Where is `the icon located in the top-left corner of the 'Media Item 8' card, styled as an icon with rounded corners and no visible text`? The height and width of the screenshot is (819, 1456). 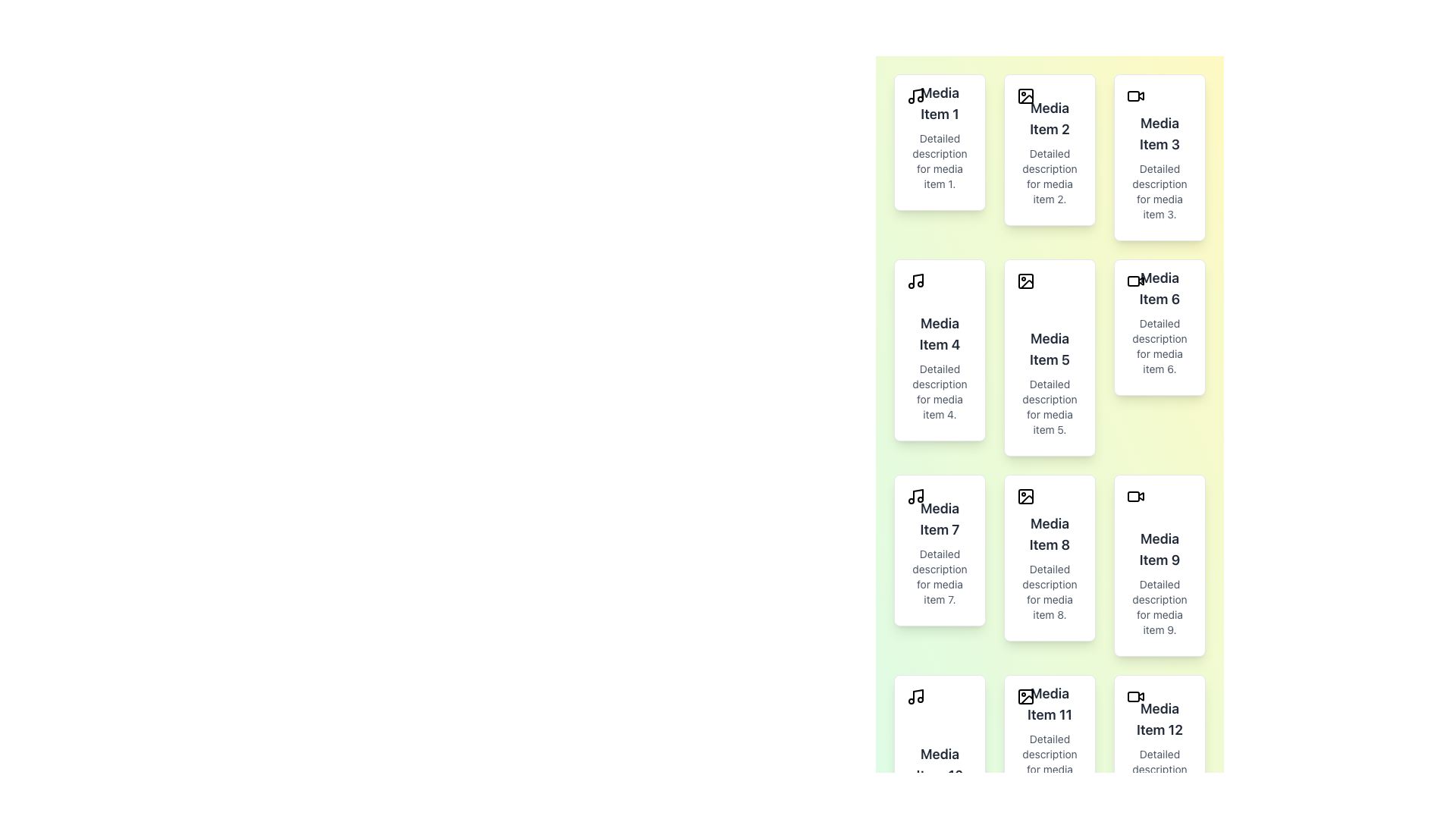
the icon located in the top-left corner of the 'Media Item 8' card, styled as an icon with rounded corners and no visible text is located at coordinates (1026, 497).